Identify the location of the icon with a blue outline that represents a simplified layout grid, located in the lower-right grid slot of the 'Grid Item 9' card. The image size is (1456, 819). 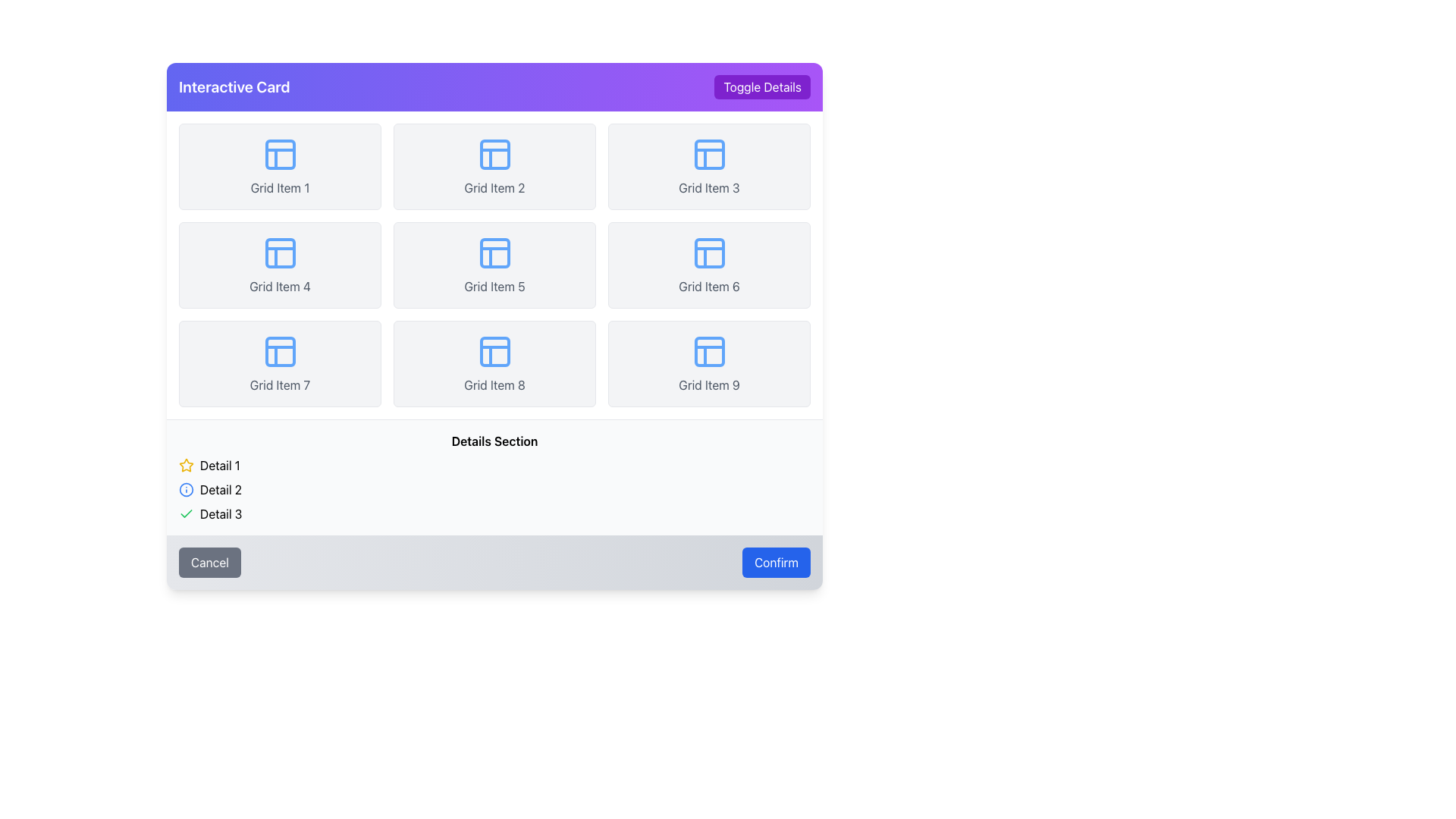
(708, 351).